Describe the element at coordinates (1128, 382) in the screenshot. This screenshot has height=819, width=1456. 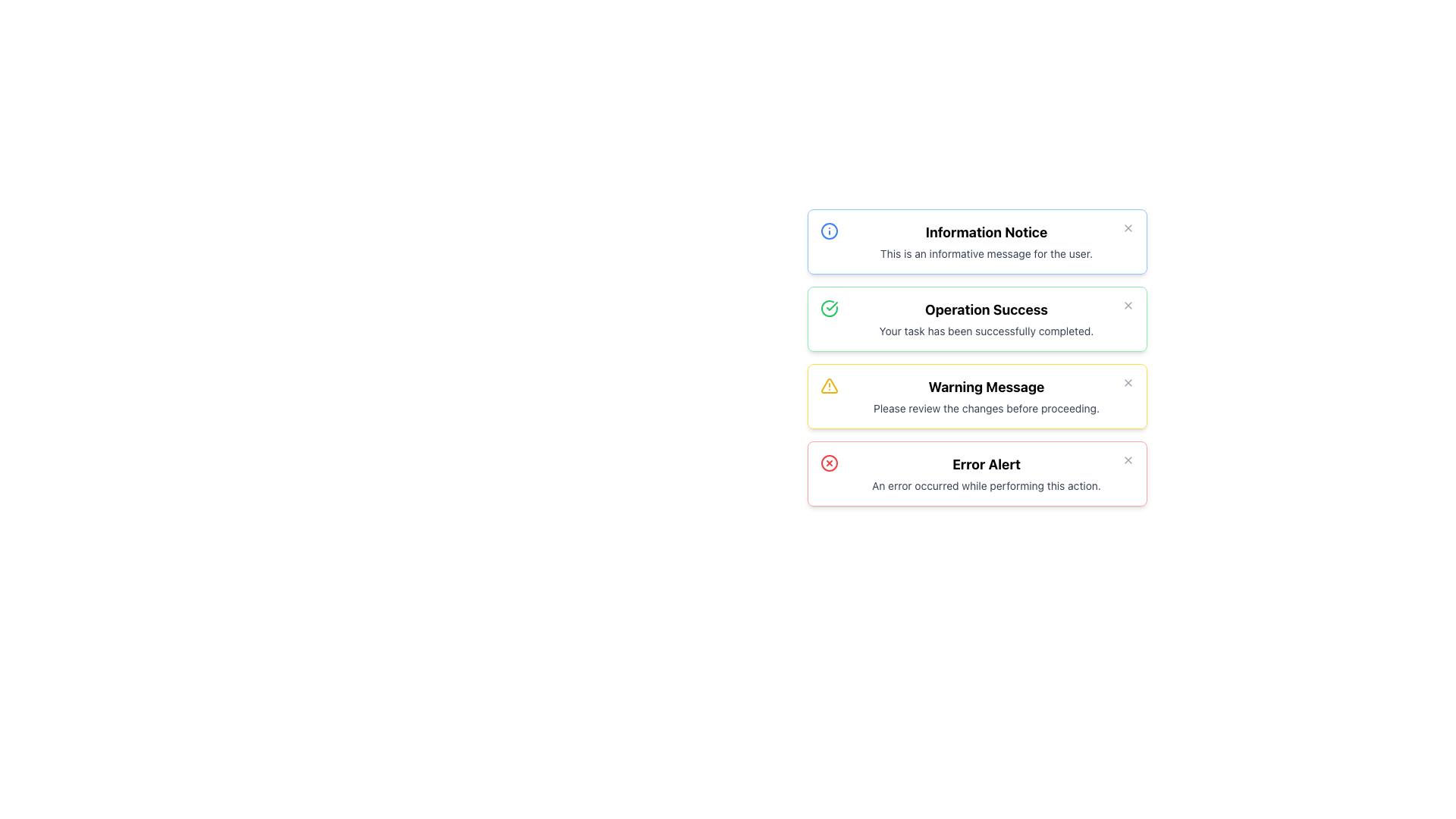
I see `the 'Close' button located on the far-right of the 'Warning Message' box` at that location.